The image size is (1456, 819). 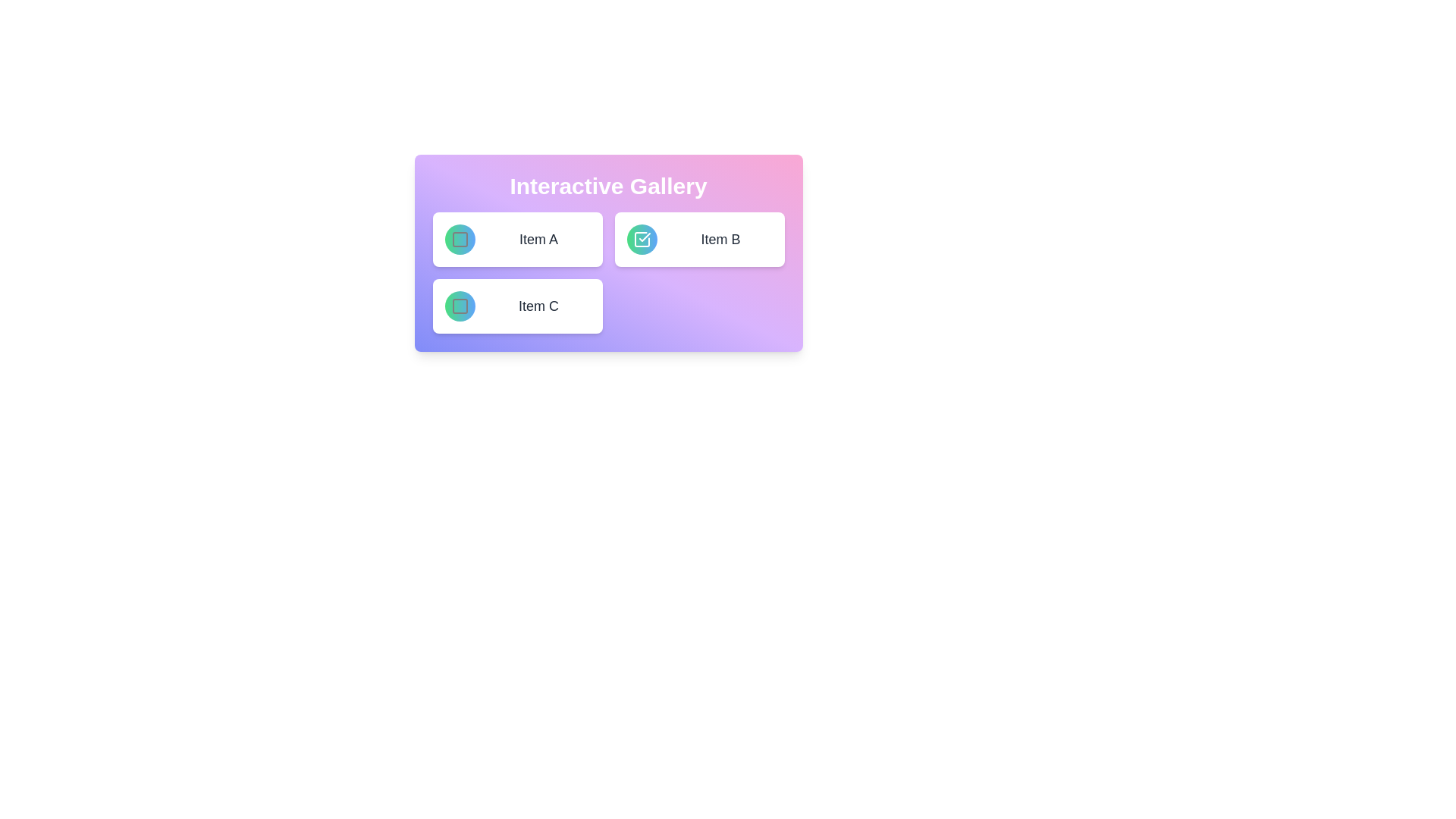 What do you see at coordinates (459, 239) in the screenshot?
I see `the decorative square-shaped icon with rounded corners associated with 'Item A' in the interactive gallery interface` at bounding box center [459, 239].